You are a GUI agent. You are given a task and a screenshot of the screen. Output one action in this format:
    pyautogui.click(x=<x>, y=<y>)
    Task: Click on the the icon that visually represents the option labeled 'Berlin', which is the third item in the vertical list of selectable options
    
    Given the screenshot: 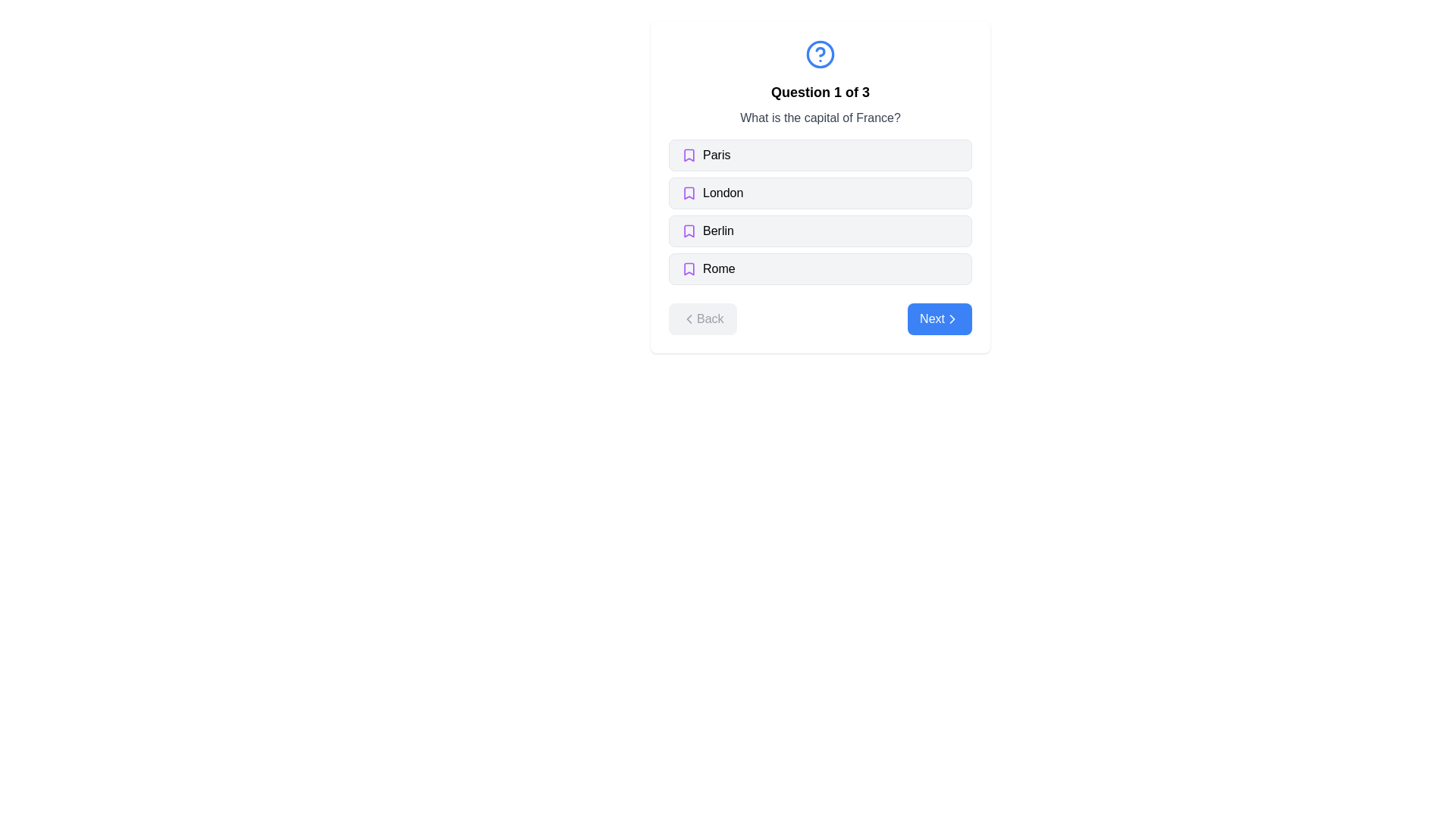 What is the action you would take?
    pyautogui.click(x=688, y=231)
    